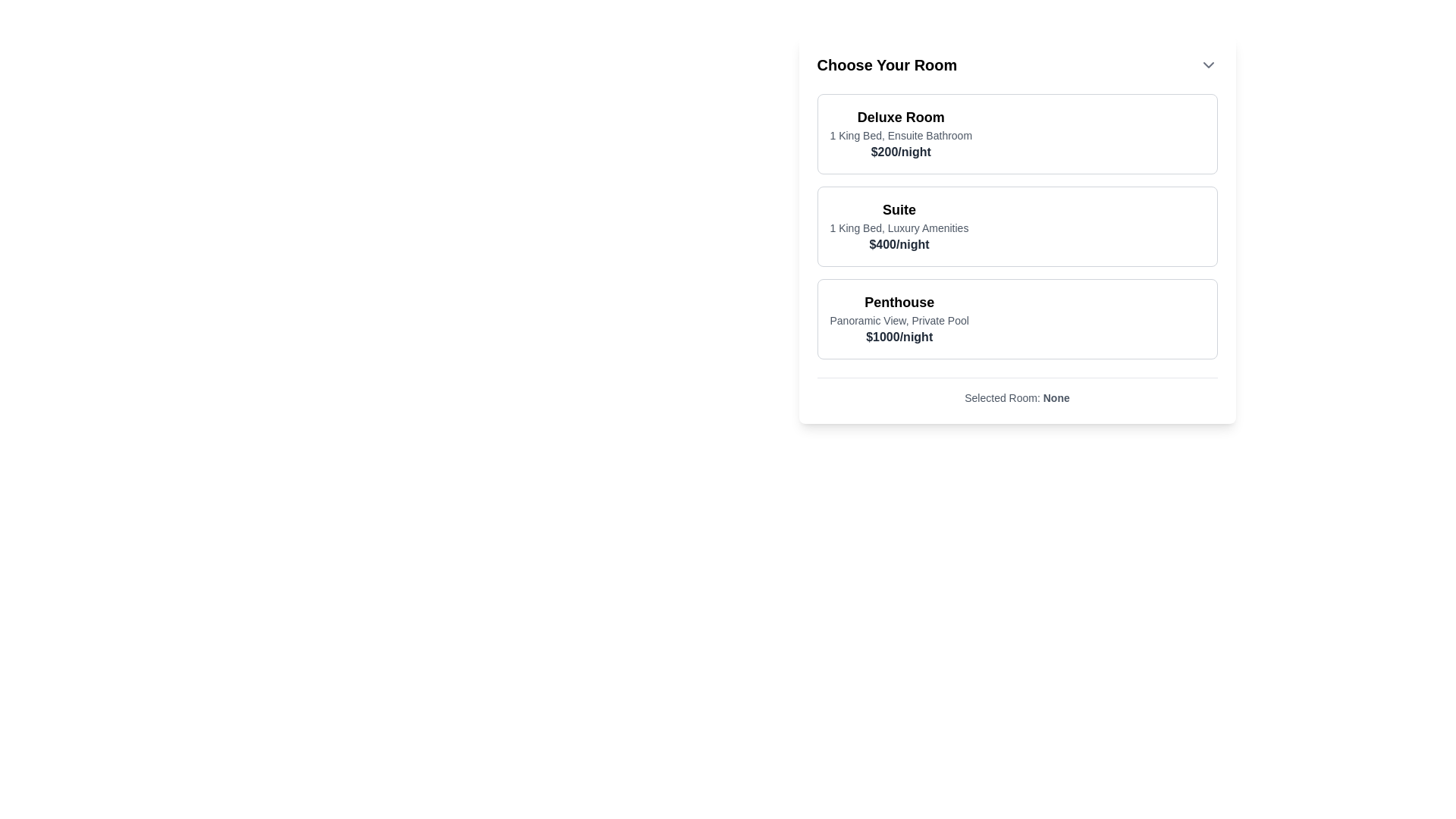  Describe the element at coordinates (899, 227) in the screenshot. I see `the descriptive text element that states '1 King Bed, Luxury Amenities', which is centrally aligned below the heading 'Suite' and above the price information within the room selection card` at that location.